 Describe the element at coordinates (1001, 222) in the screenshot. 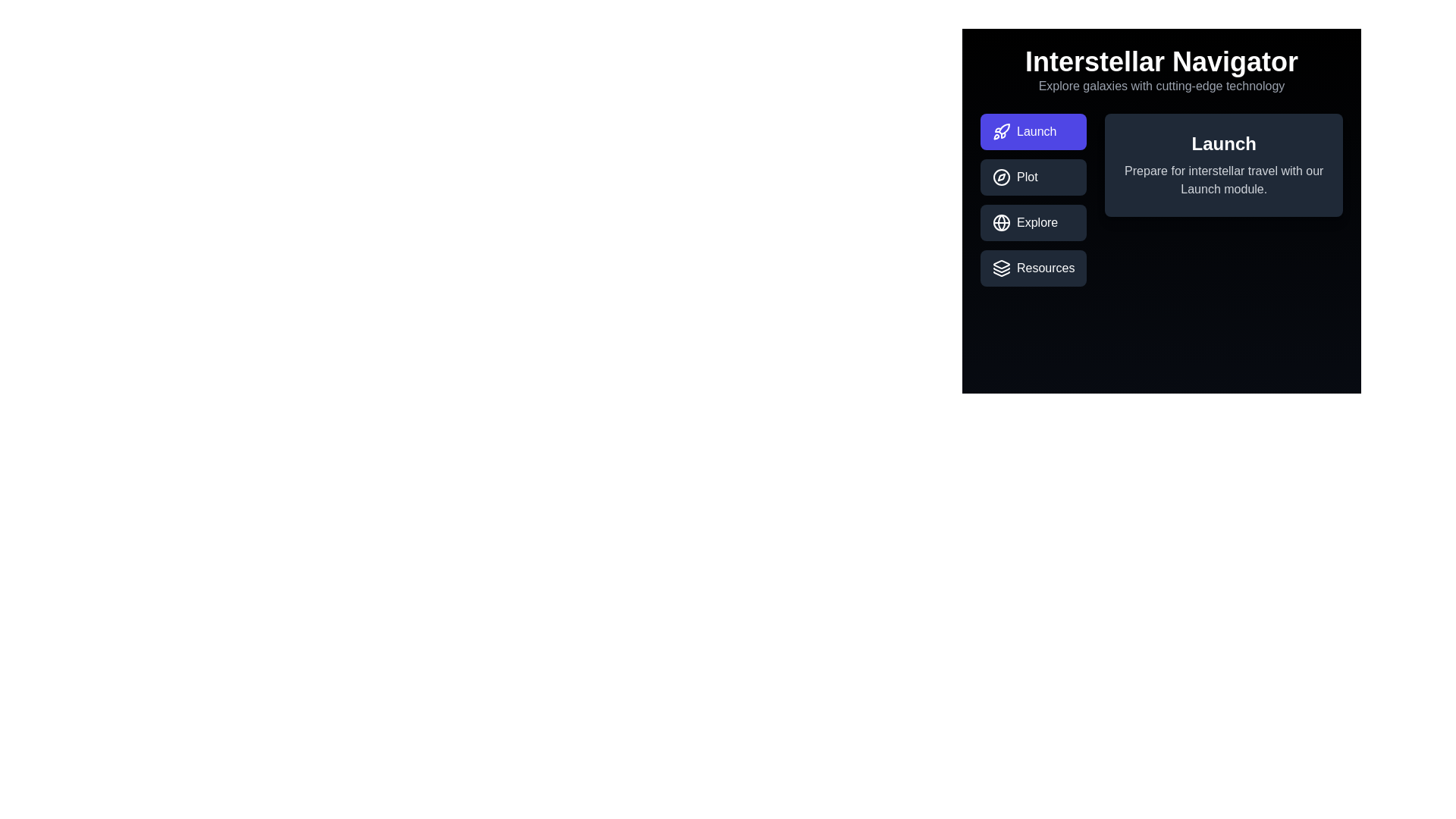

I see `the icon within the tab labeled Explore` at that location.